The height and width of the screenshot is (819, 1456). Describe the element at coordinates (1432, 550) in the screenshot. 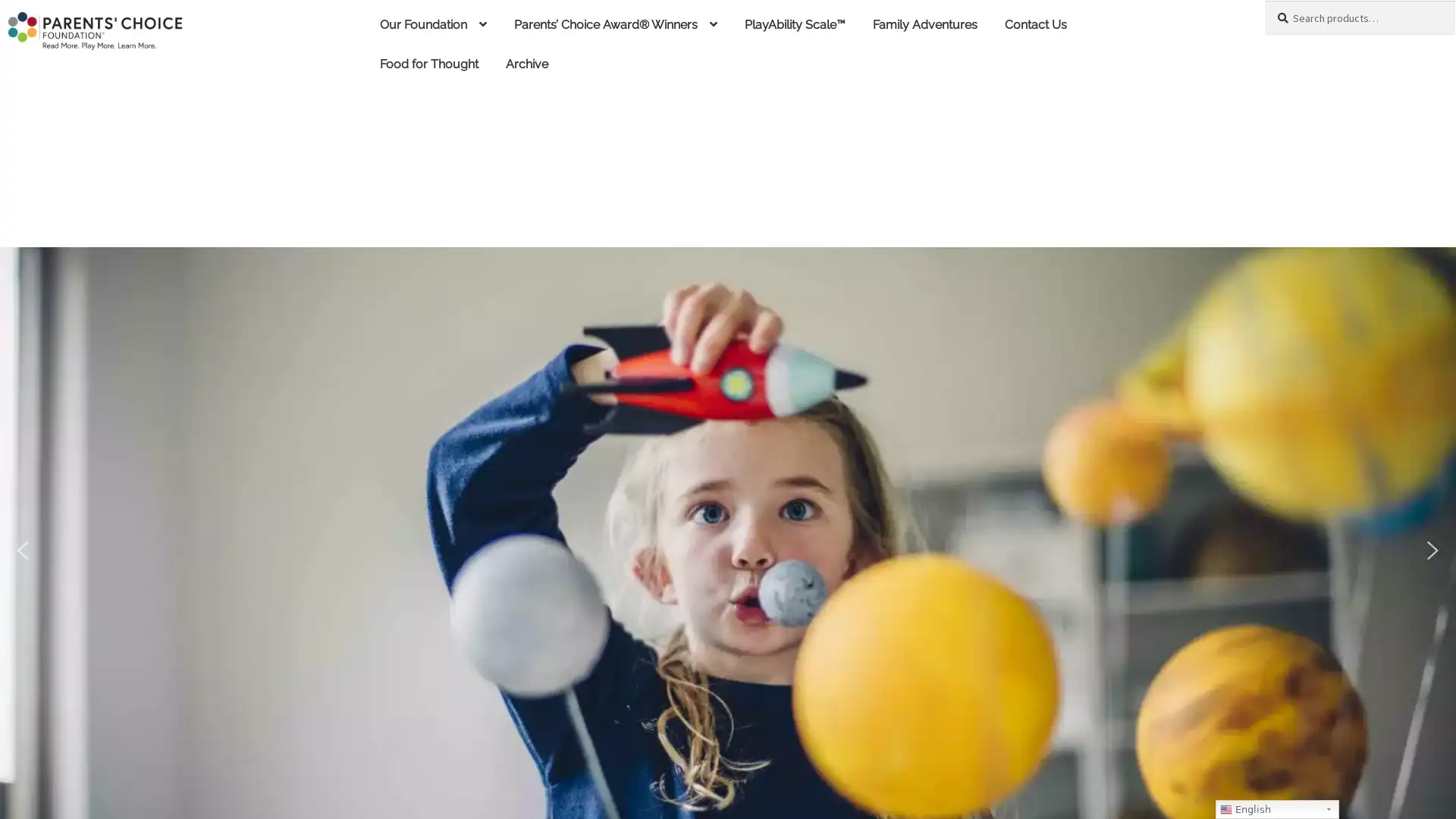

I see `next arrow` at that location.